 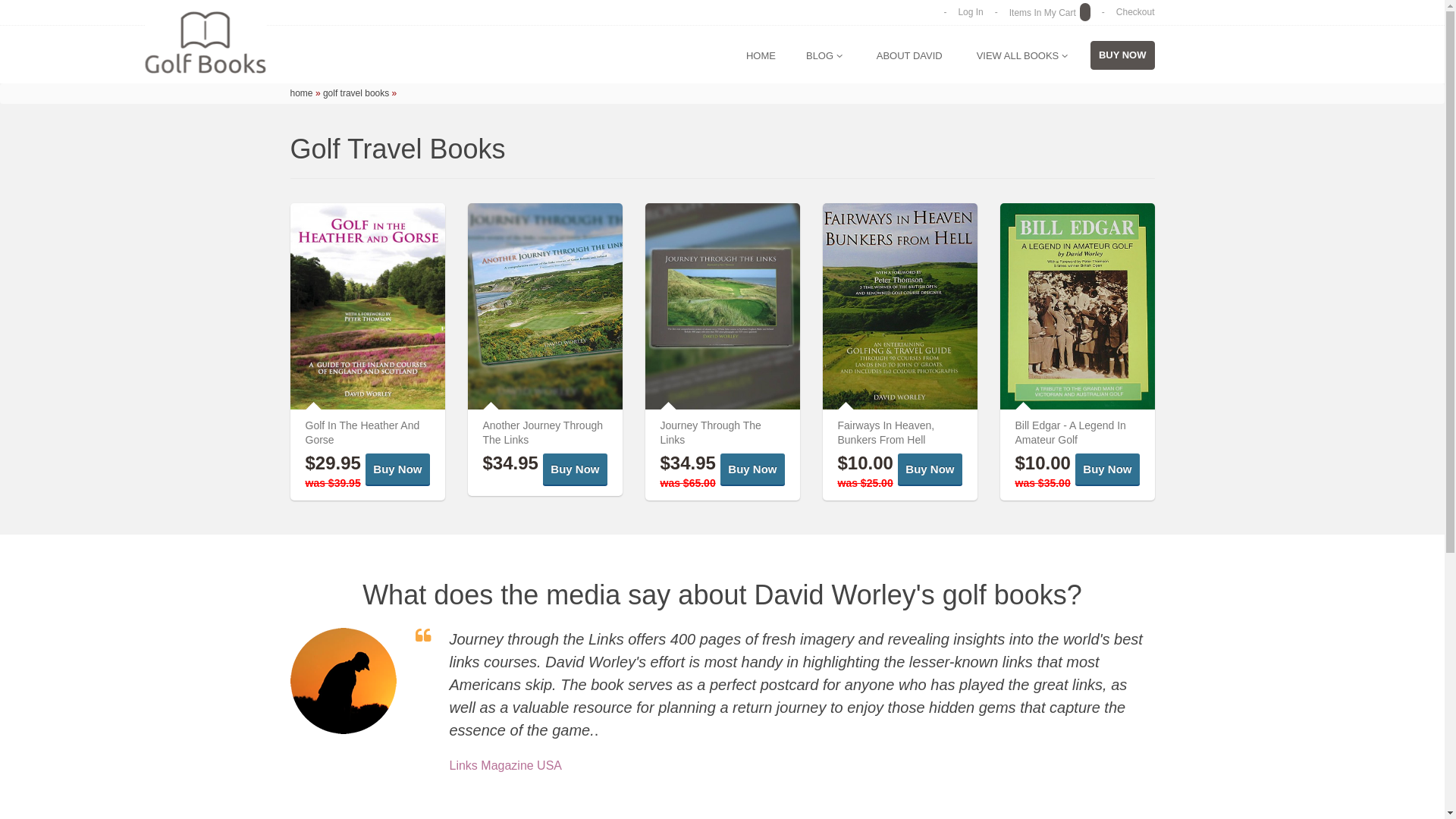 What do you see at coordinates (304, 432) in the screenshot?
I see `'Golf In The Heather And Gorse'` at bounding box center [304, 432].